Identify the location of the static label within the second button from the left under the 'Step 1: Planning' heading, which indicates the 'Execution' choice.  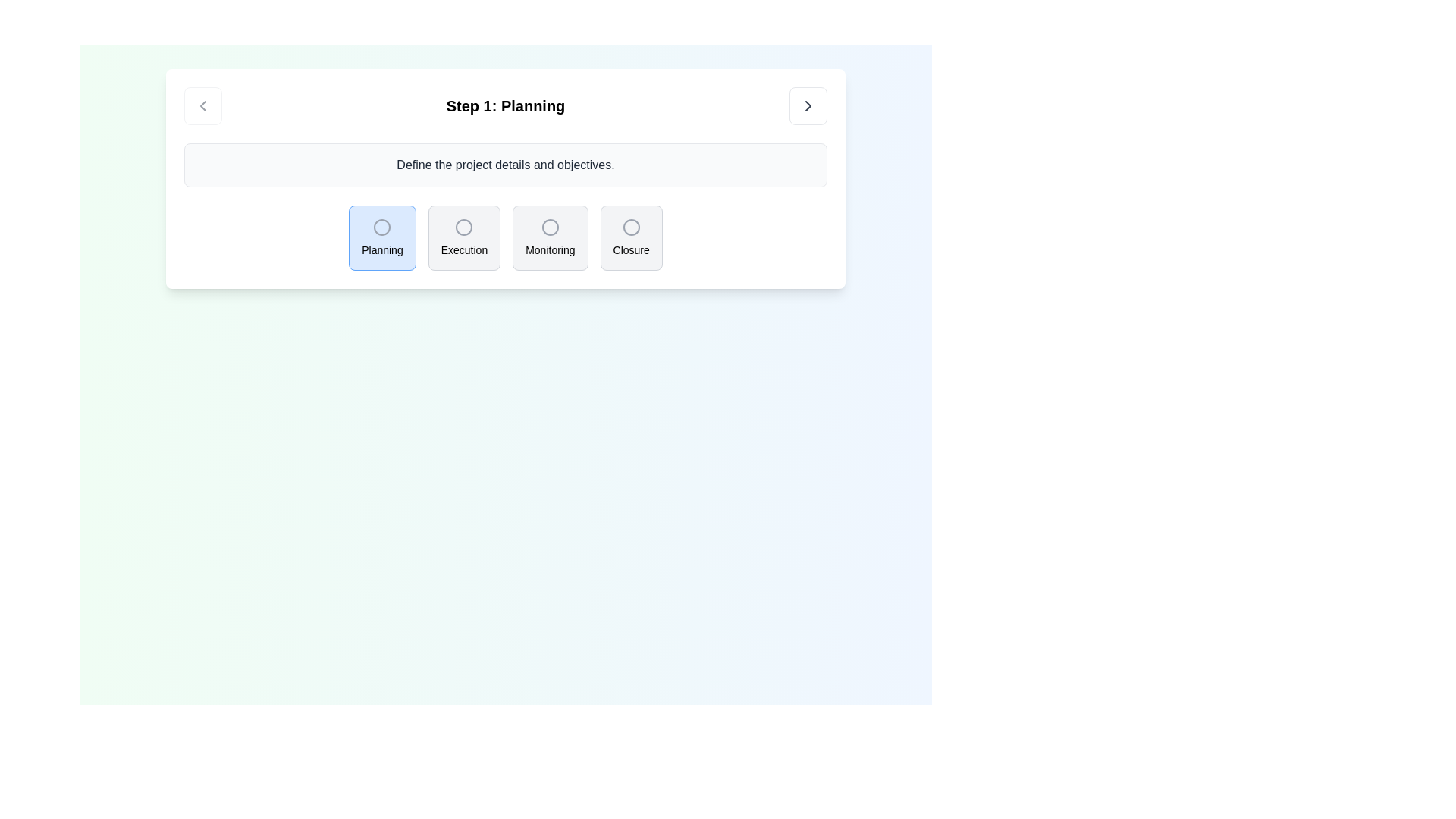
(463, 249).